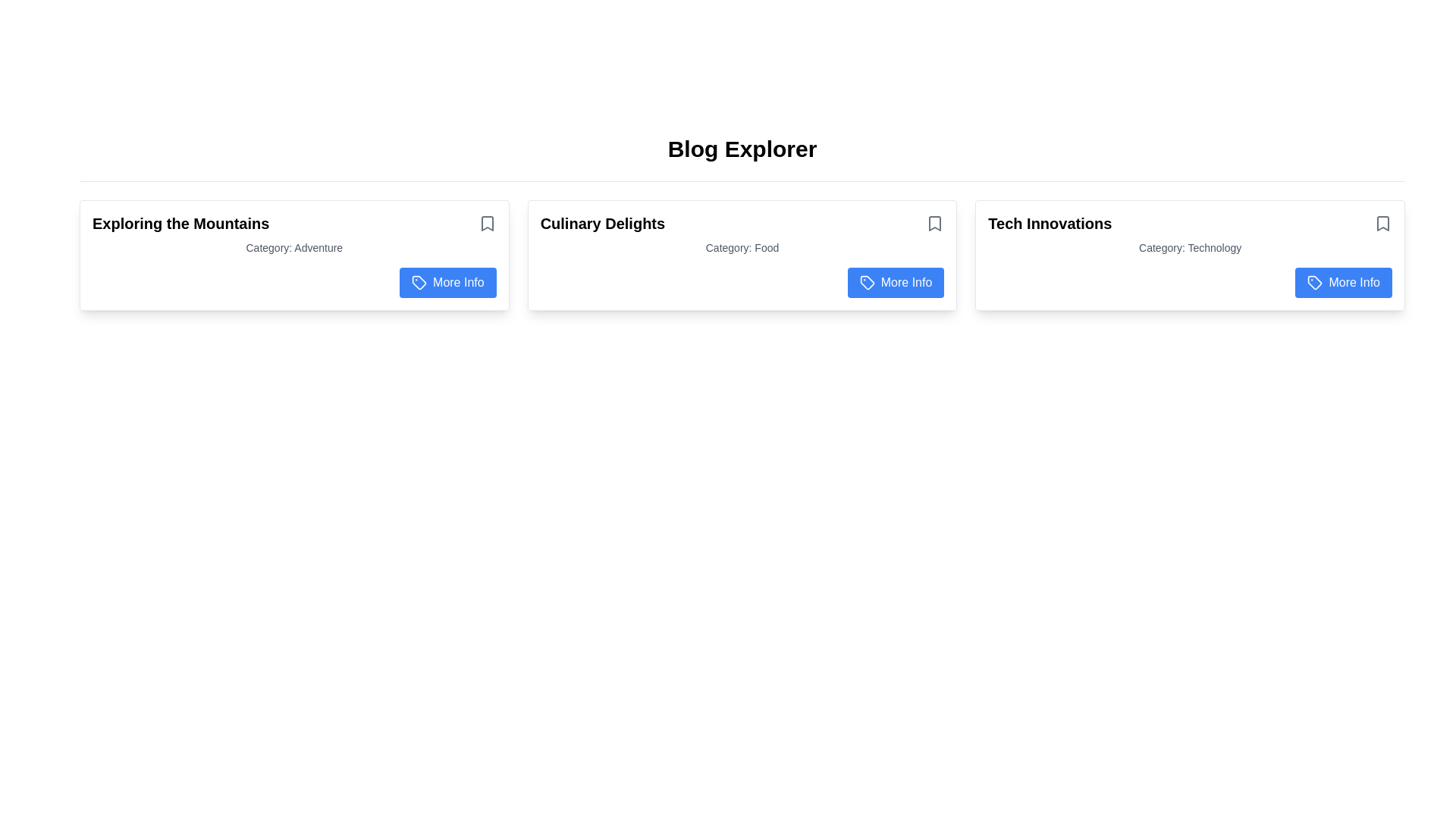  I want to click on the bookmark icon styled as a wireframe outline located in the top-right corner of the card labeled 'Exploring the Mountains', so click(487, 223).